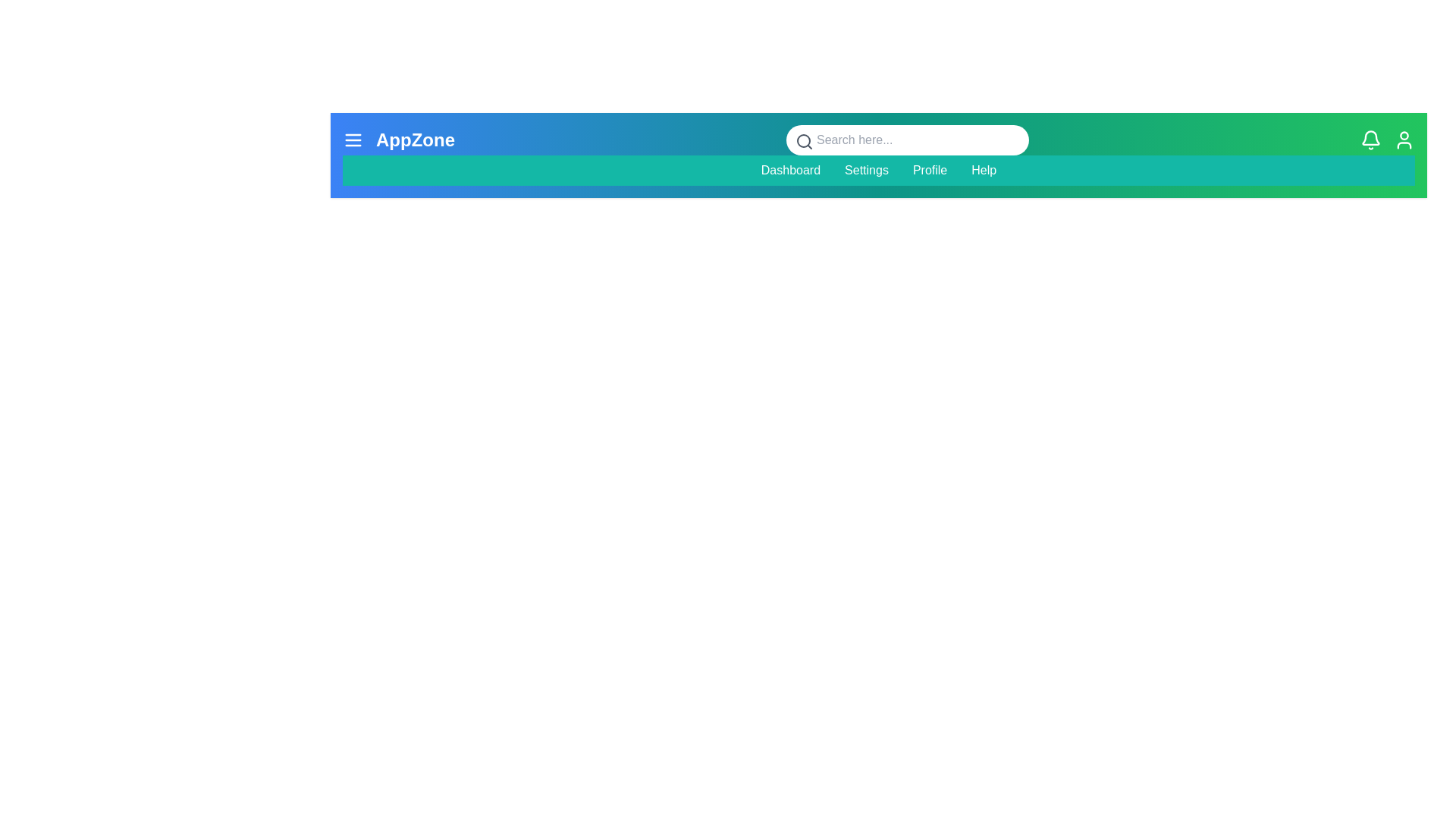 The width and height of the screenshot is (1456, 819). What do you see at coordinates (929, 170) in the screenshot?
I see `the menu item Profile to navigate to the corresponding section` at bounding box center [929, 170].